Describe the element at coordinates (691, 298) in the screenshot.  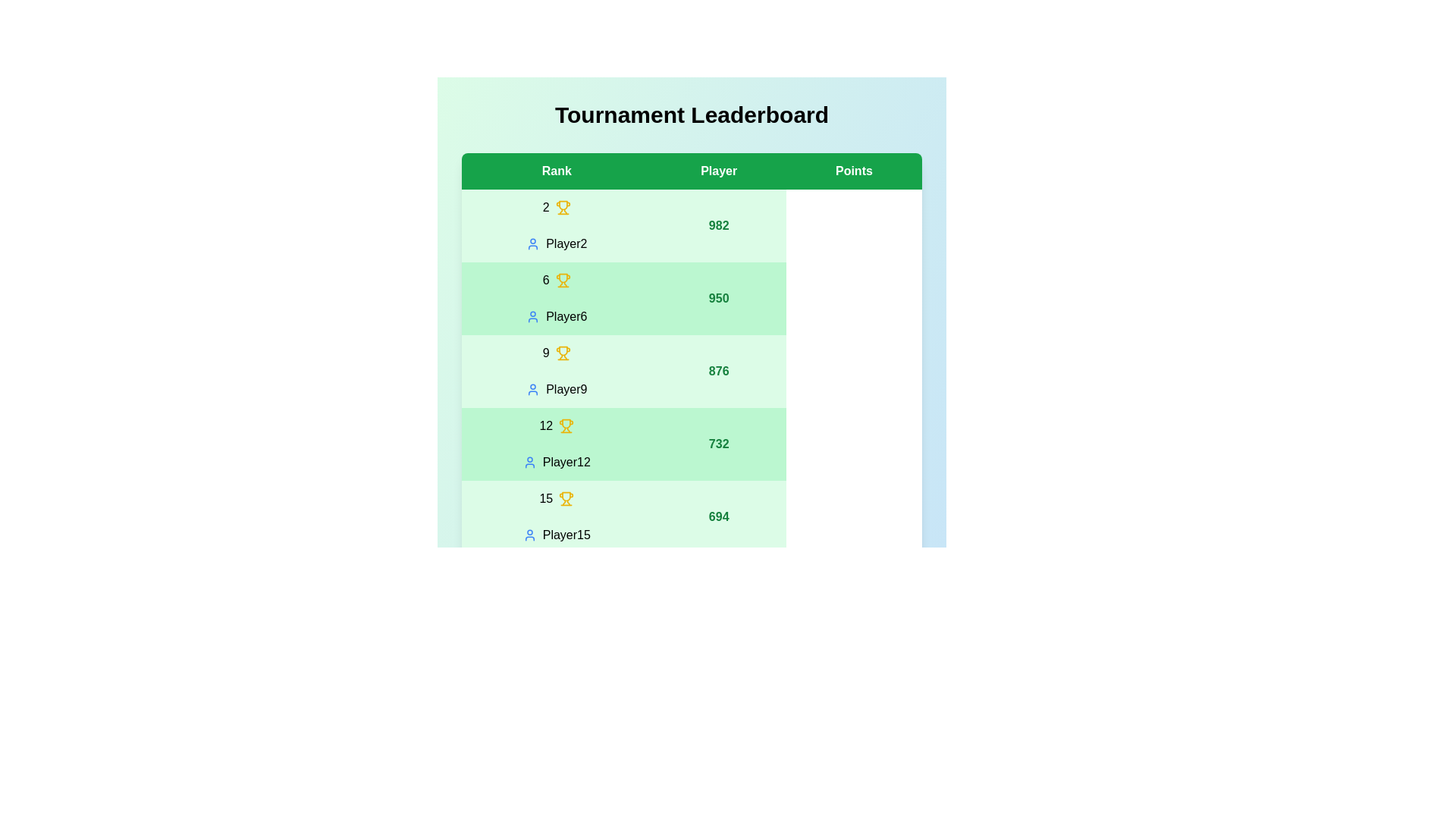
I see `the row corresponding to rank 6` at that location.